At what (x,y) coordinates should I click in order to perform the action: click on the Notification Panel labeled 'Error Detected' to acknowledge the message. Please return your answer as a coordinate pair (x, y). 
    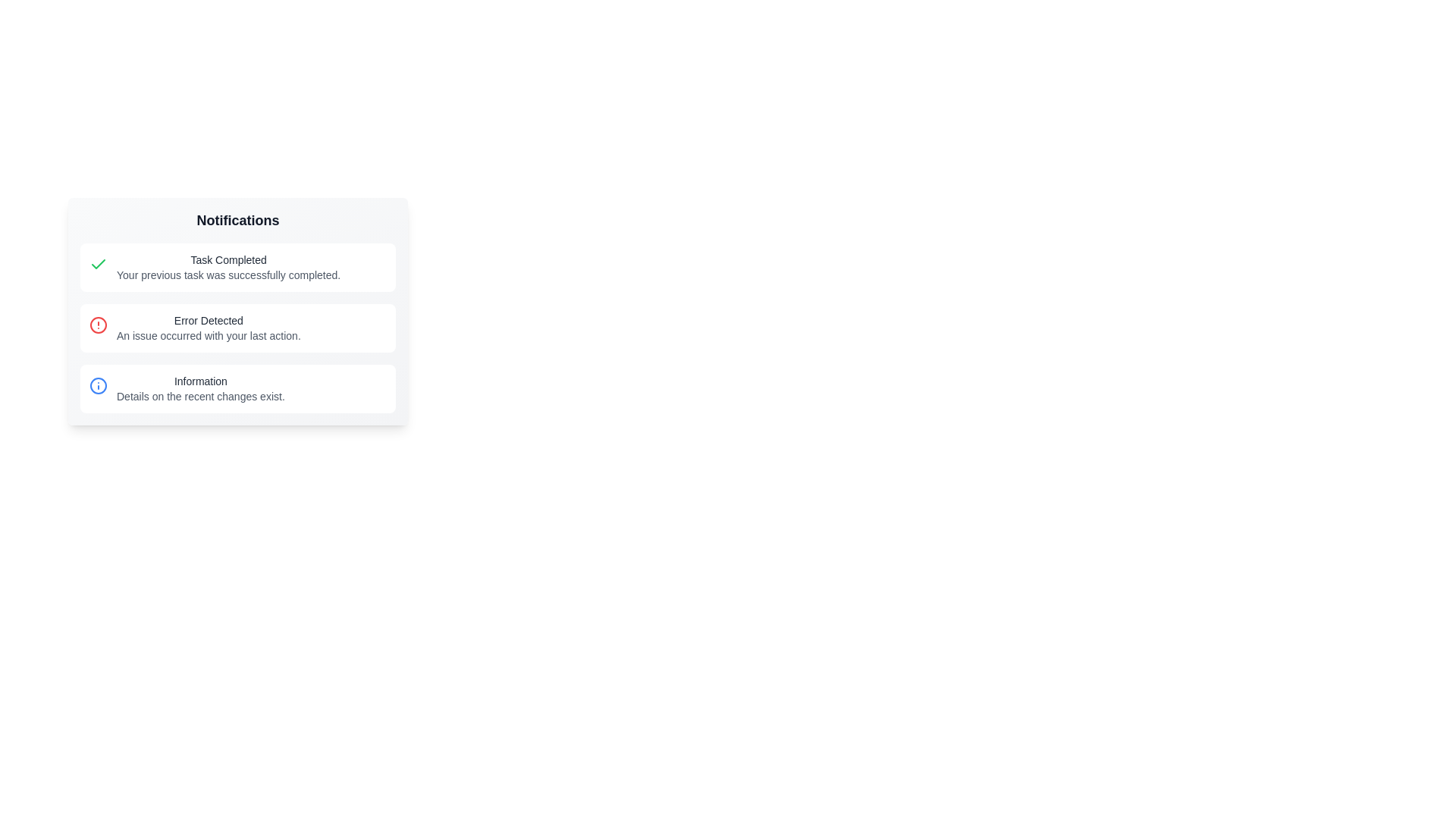
    Looking at the image, I should click on (237, 311).